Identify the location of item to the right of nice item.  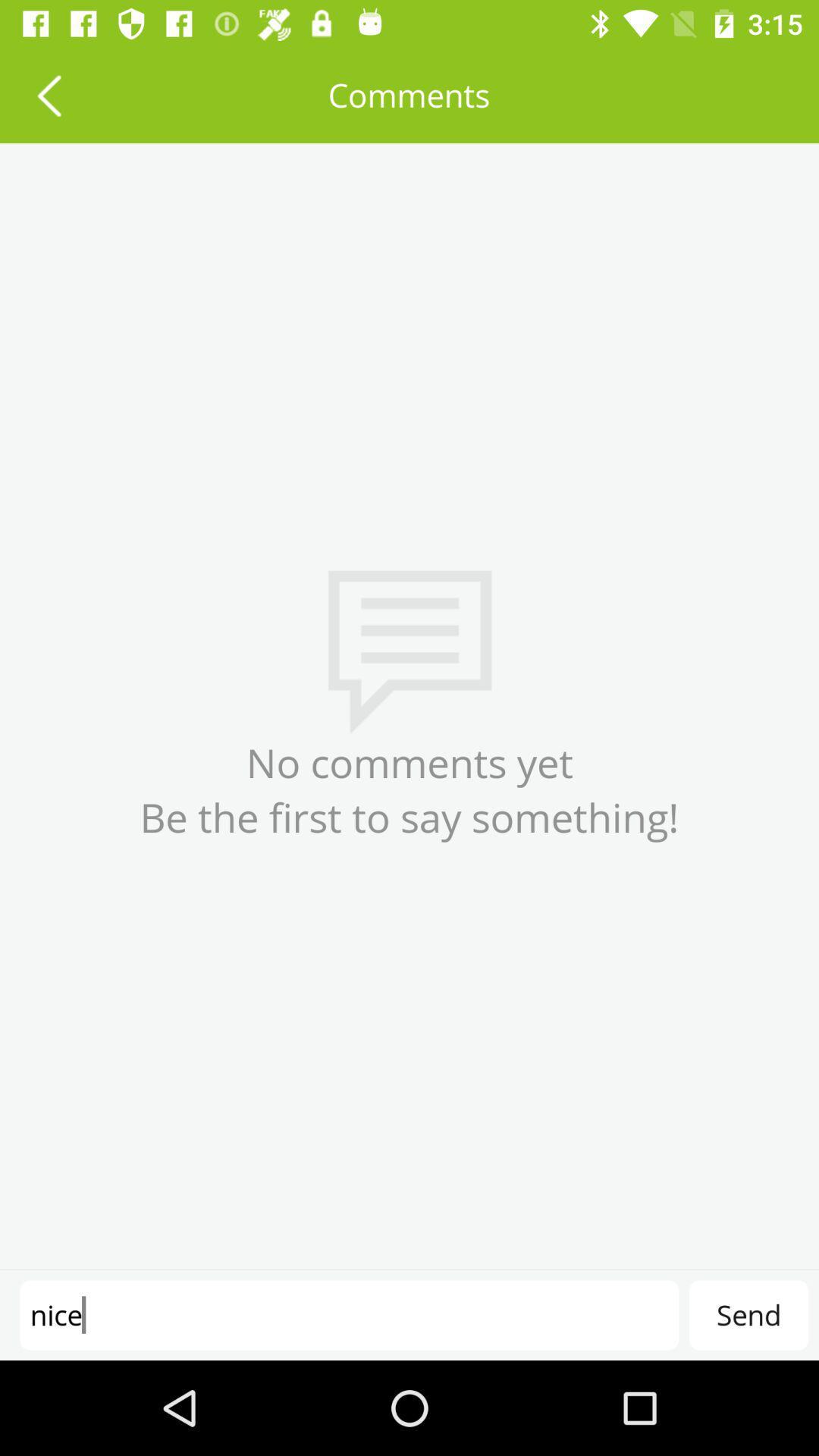
(748, 1314).